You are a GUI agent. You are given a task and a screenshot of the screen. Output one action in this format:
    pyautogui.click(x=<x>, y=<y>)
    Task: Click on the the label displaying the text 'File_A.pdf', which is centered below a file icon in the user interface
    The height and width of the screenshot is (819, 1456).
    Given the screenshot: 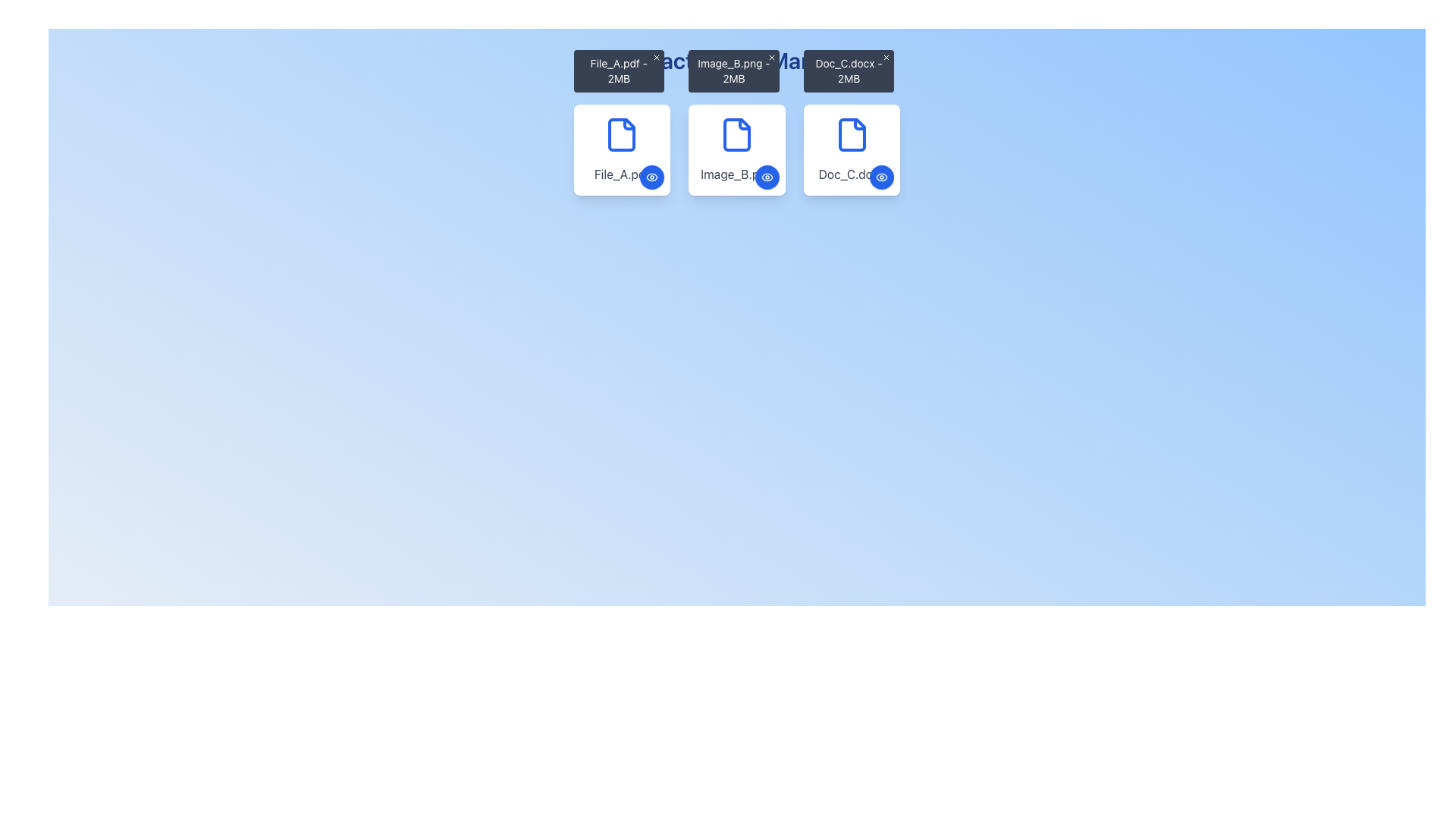 What is the action you would take?
    pyautogui.click(x=622, y=174)
    